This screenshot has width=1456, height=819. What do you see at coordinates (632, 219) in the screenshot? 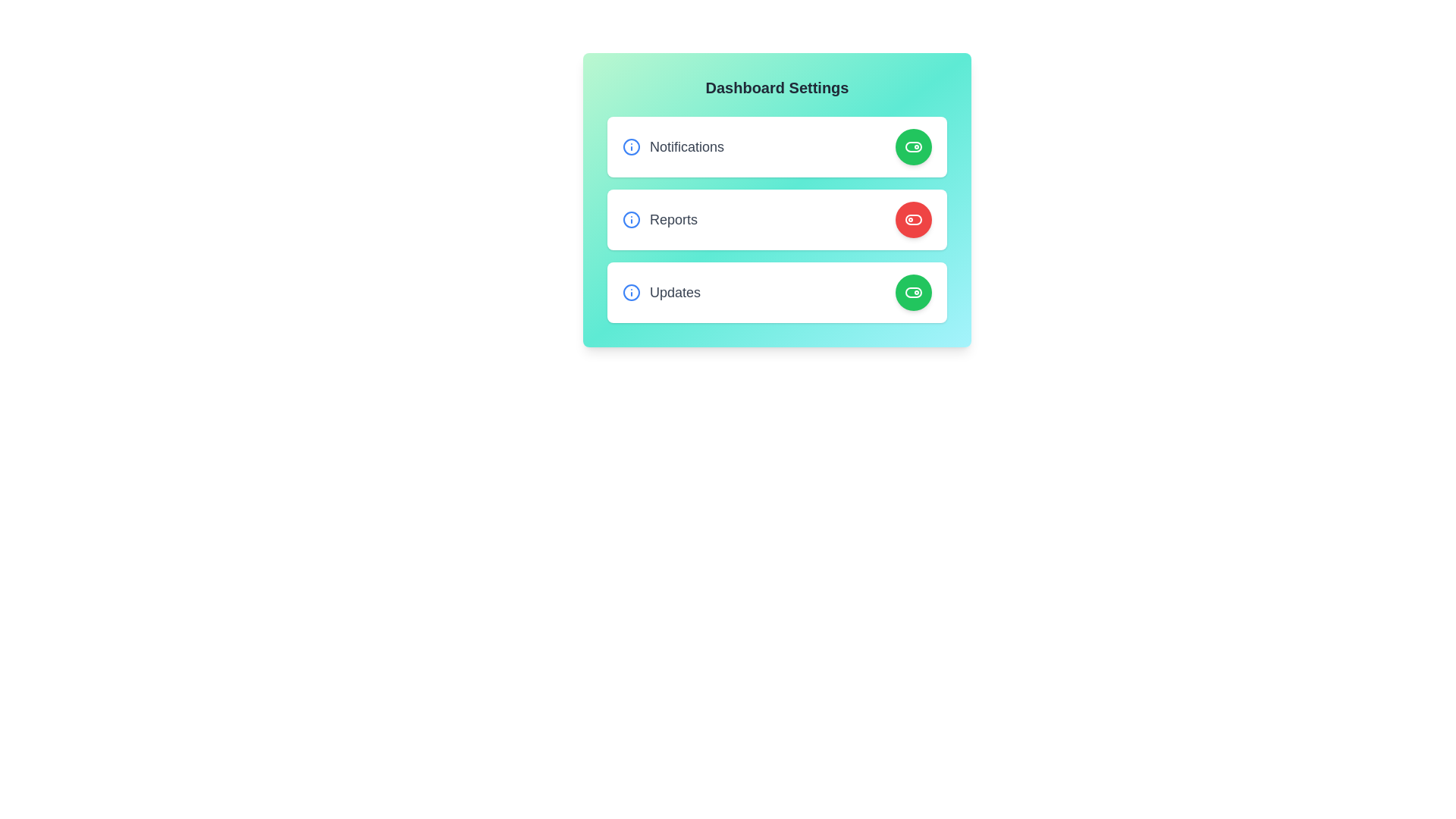
I see `information icon for the Reports setting` at bounding box center [632, 219].